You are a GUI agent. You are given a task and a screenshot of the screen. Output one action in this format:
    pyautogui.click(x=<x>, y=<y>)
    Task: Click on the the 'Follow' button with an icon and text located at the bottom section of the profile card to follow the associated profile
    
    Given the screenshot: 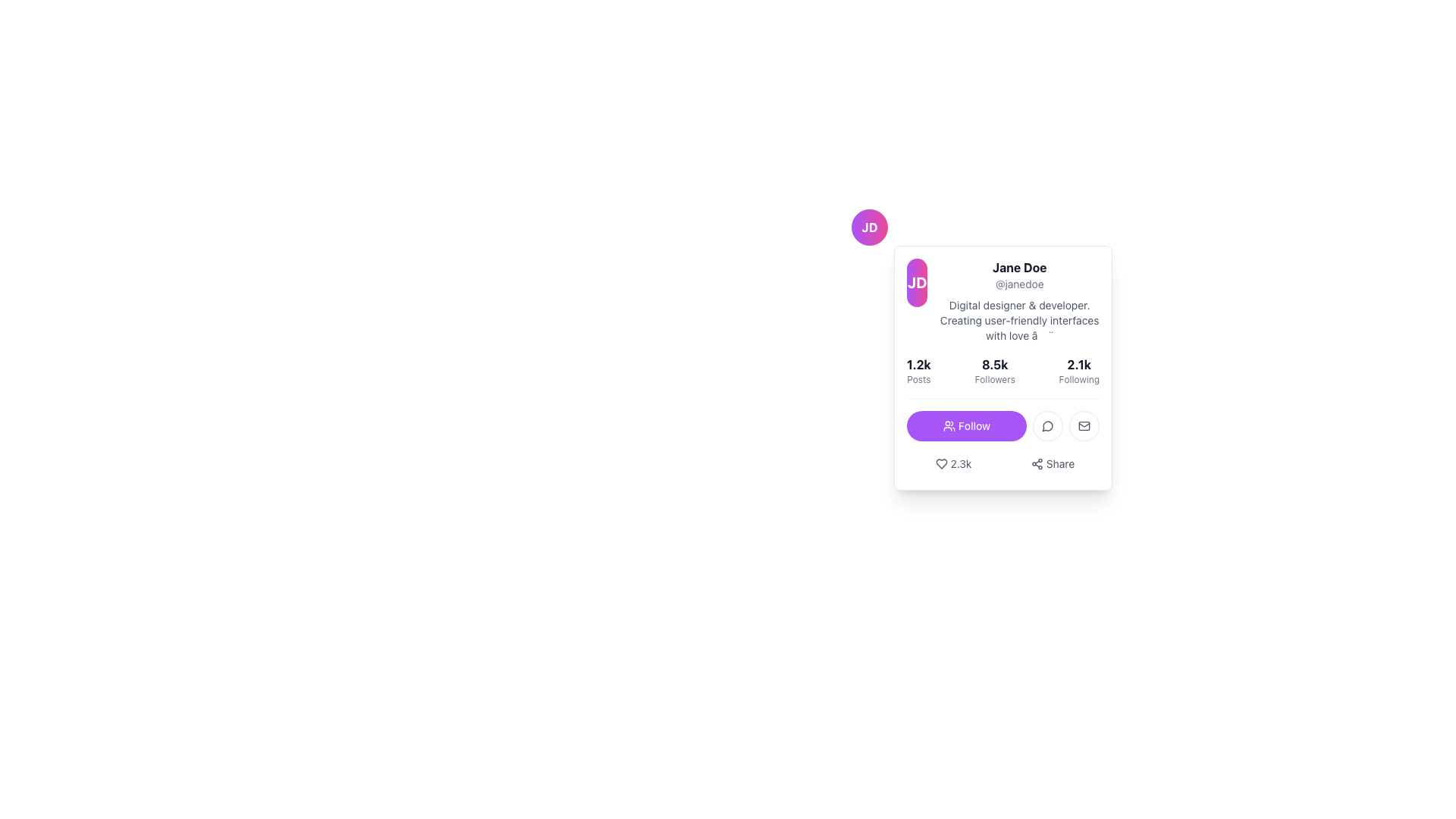 What is the action you would take?
    pyautogui.click(x=966, y=426)
    